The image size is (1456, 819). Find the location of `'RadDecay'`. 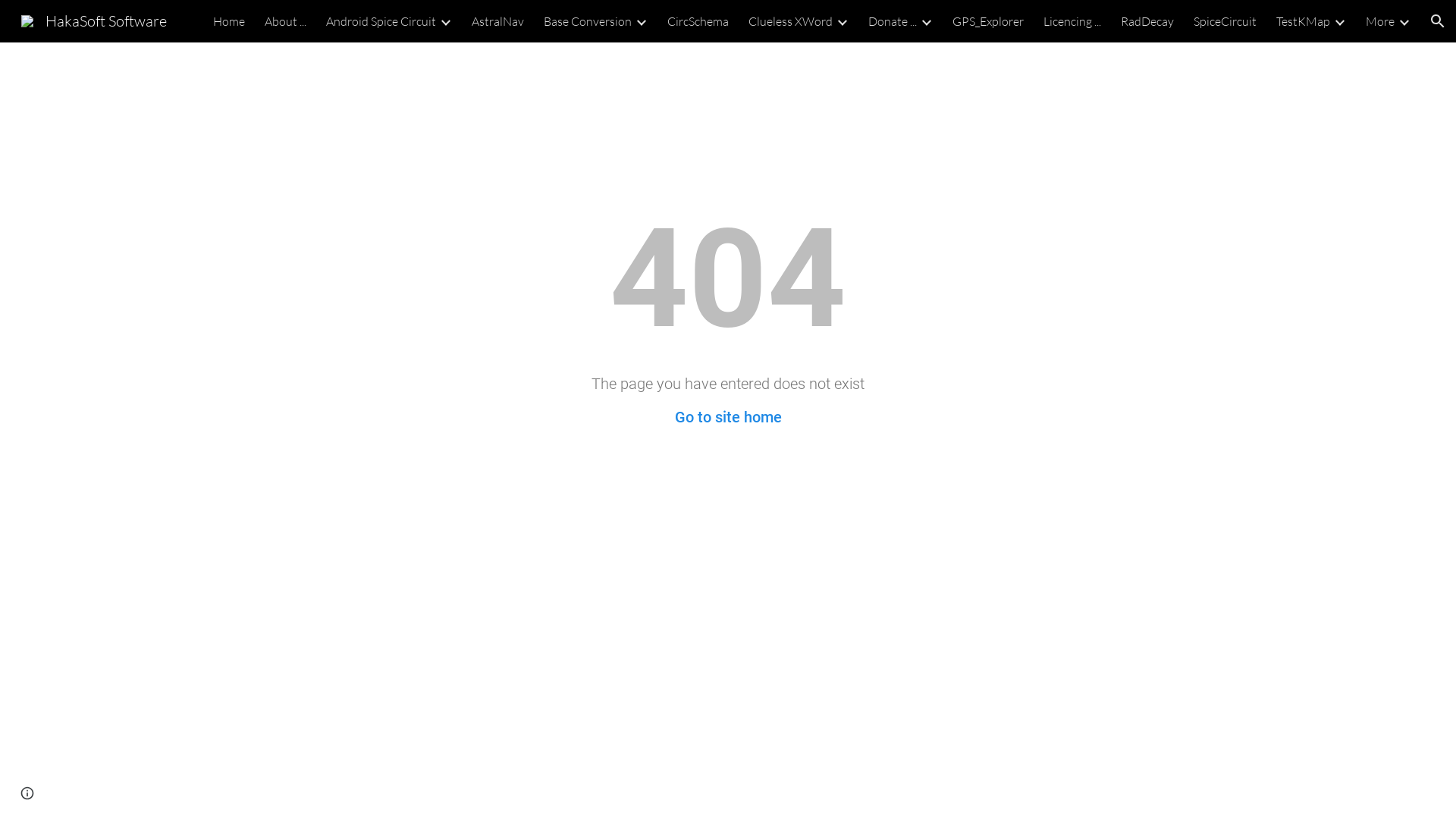

'RadDecay' is located at coordinates (1147, 20).